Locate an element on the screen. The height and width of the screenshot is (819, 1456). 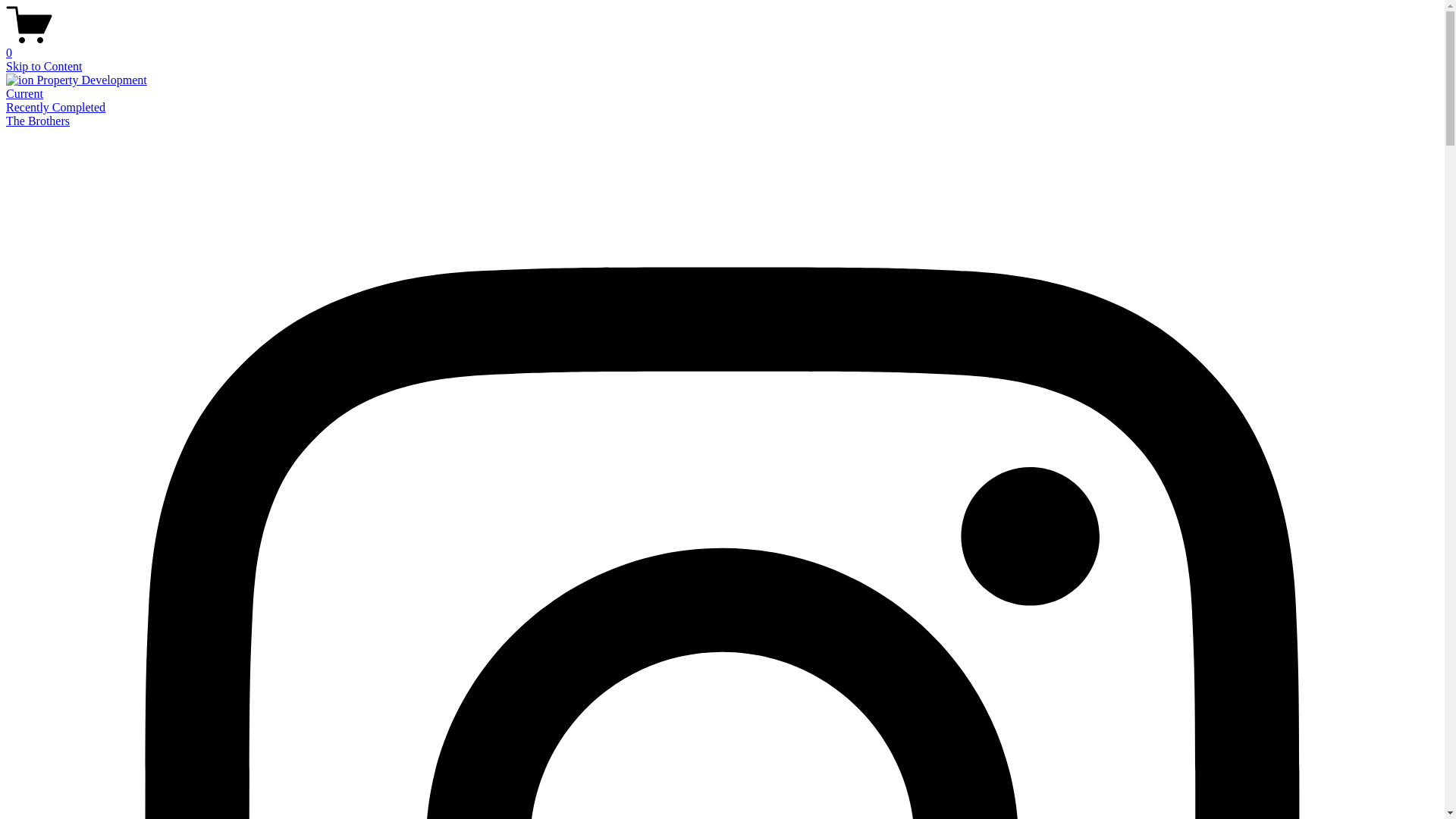
'Current' is located at coordinates (6, 93).